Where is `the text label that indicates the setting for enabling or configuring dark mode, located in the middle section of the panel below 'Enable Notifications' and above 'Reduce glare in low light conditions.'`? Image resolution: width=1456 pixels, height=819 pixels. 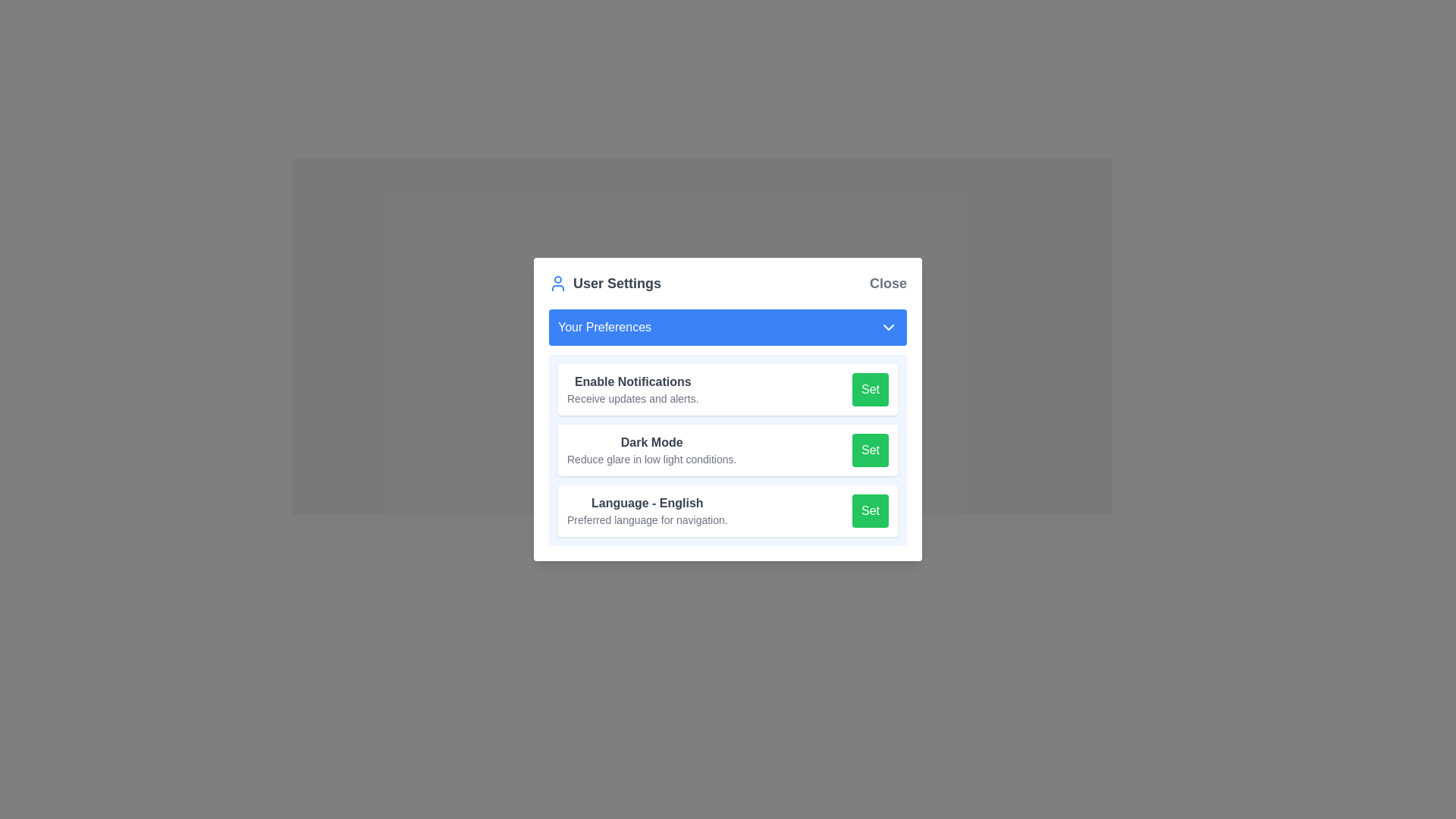
the text label that indicates the setting for enabling or configuring dark mode, located in the middle section of the panel below 'Enable Notifications' and above 'Reduce glare in low light conditions.' is located at coordinates (651, 442).